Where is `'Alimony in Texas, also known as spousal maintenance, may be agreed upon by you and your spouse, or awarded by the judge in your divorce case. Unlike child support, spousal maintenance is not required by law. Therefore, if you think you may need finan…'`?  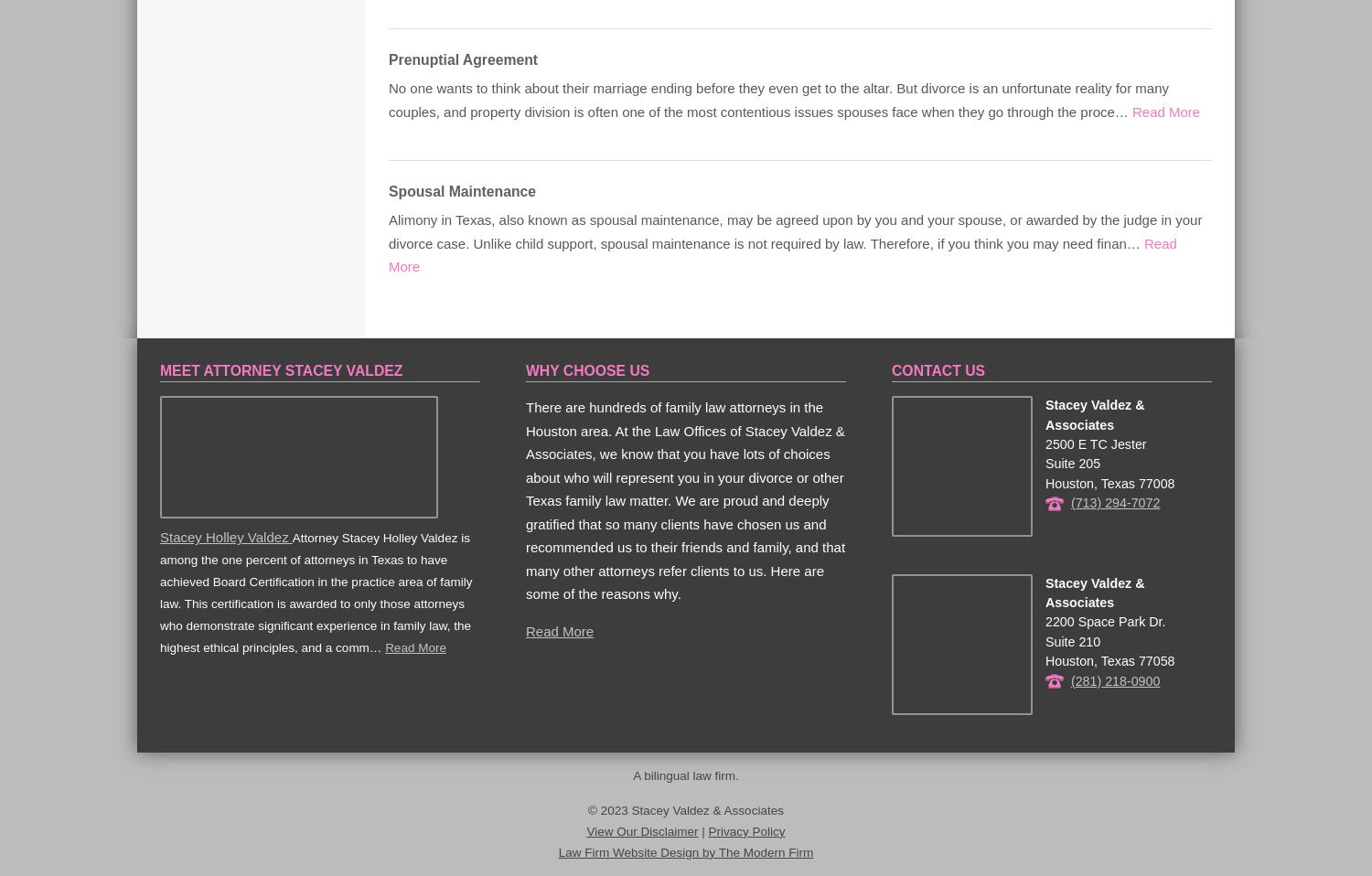 'Alimony in Texas, also known as spousal maintenance, may be agreed upon by you and your spouse, or awarded by the judge in your divorce case. Unlike child support, spousal maintenance is not required by law. Therefore, if you think you may need finan…' is located at coordinates (794, 231).